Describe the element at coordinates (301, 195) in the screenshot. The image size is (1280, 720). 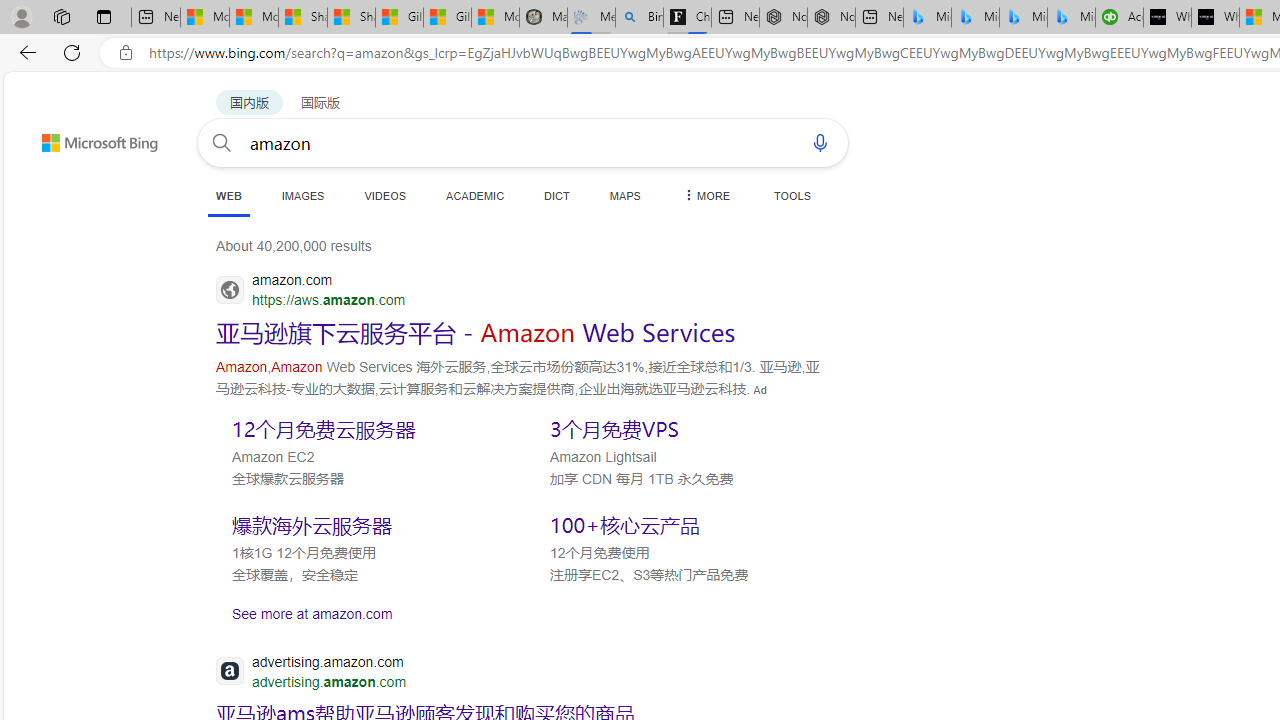
I see `'IMAGES'` at that location.